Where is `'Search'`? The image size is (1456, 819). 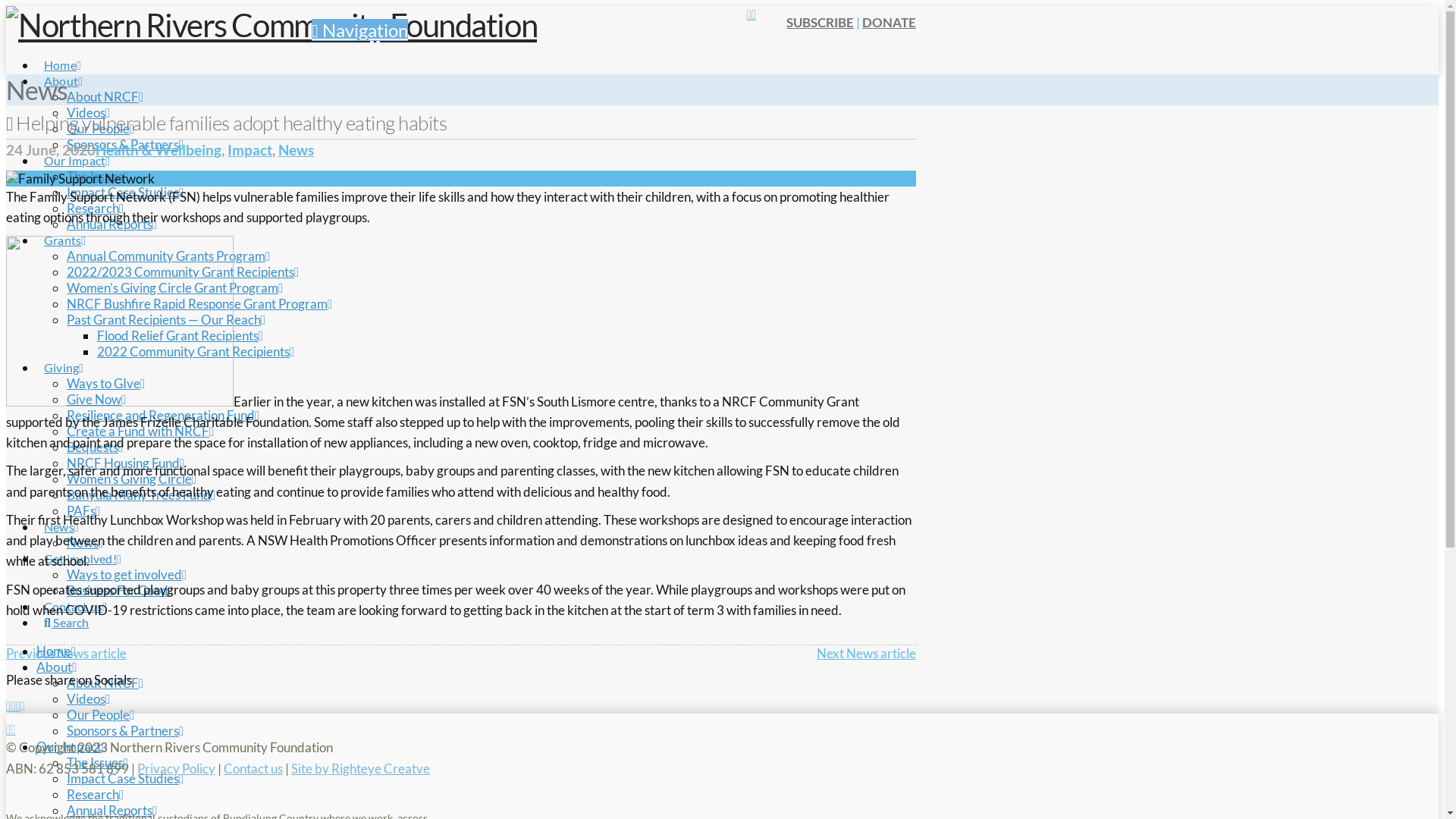
'Search' is located at coordinates (36, 607).